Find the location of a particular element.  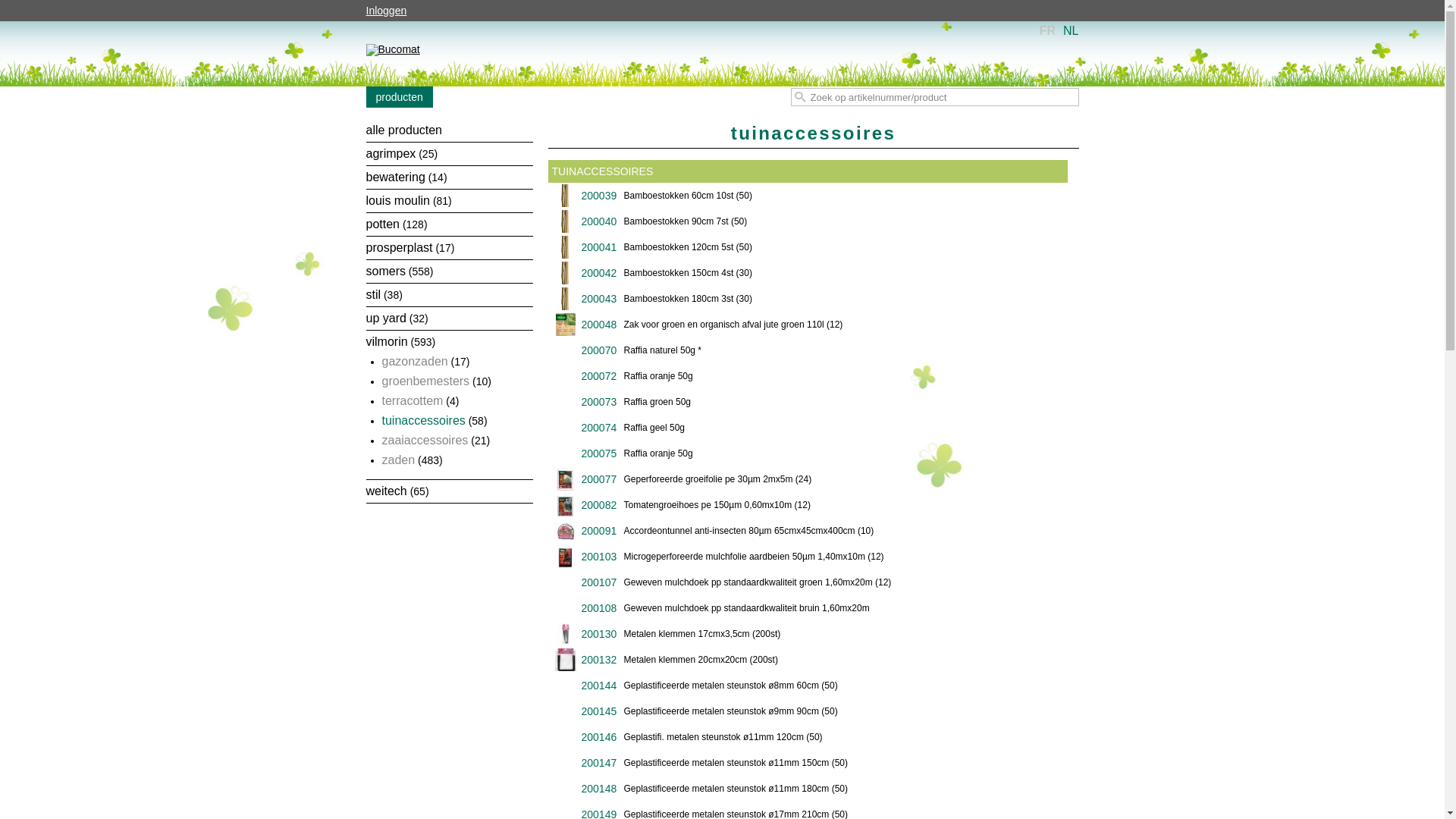

'terracottem' is located at coordinates (413, 400).